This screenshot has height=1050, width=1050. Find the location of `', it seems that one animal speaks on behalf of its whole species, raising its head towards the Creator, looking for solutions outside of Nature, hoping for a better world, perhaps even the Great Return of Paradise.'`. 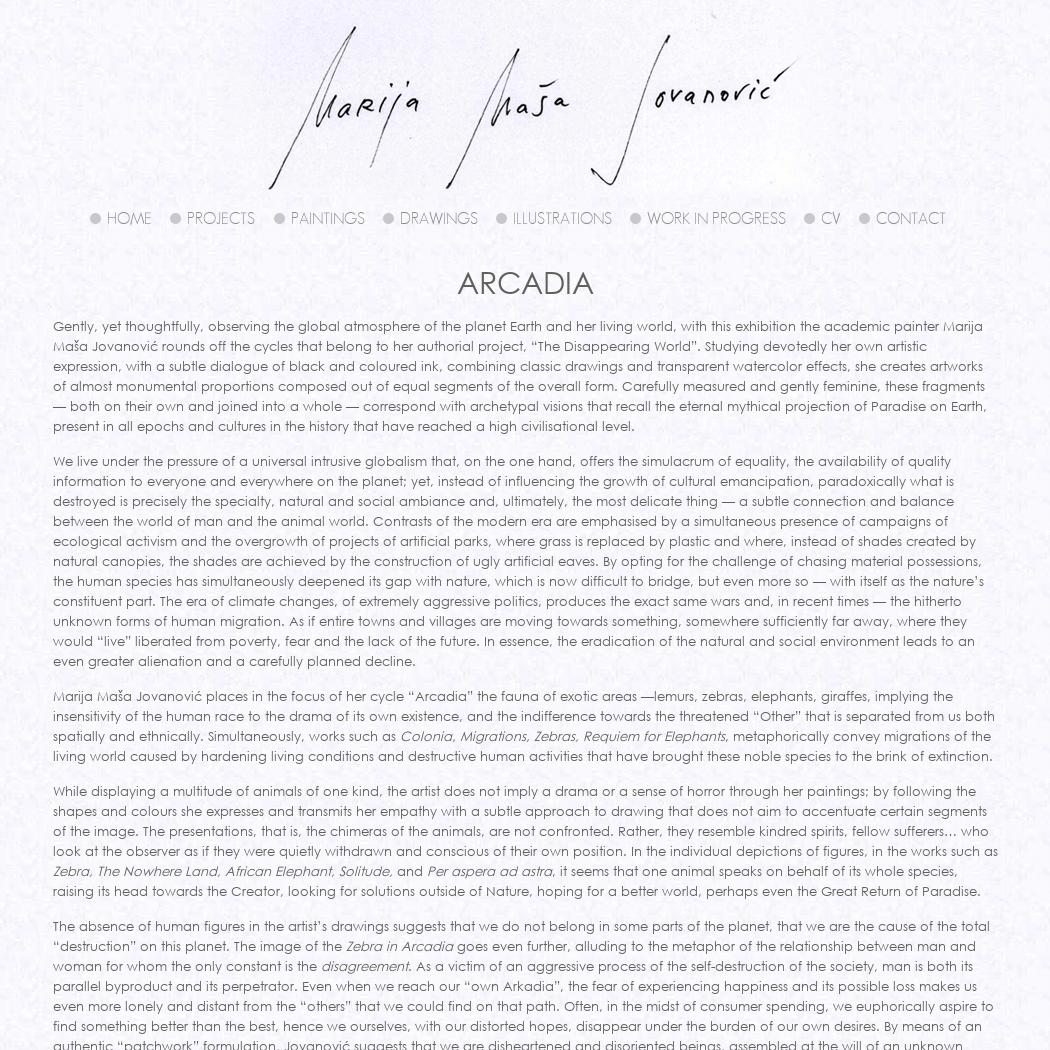

', it seems that one animal speaks on behalf of its whole species, raising its head towards the Creator, looking for solutions outside of Nature, hoping for a better world, perhaps even the Great Return of Paradise.' is located at coordinates (50, 879).